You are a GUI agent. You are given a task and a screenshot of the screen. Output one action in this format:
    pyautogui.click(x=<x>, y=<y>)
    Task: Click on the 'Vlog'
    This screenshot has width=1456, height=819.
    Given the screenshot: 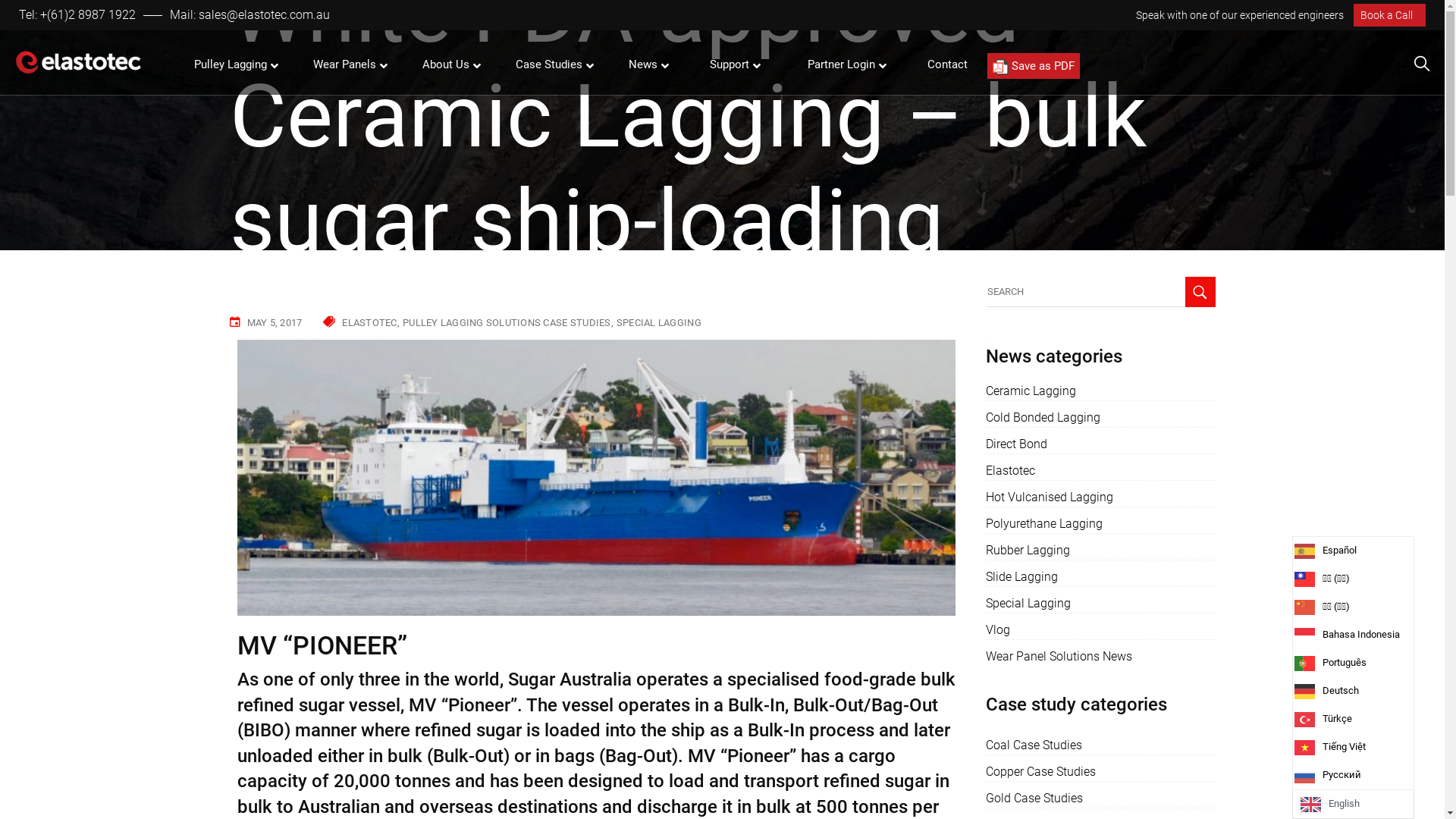 What is the action you would take?
    pyautogui.click(x=986, y=629)
    